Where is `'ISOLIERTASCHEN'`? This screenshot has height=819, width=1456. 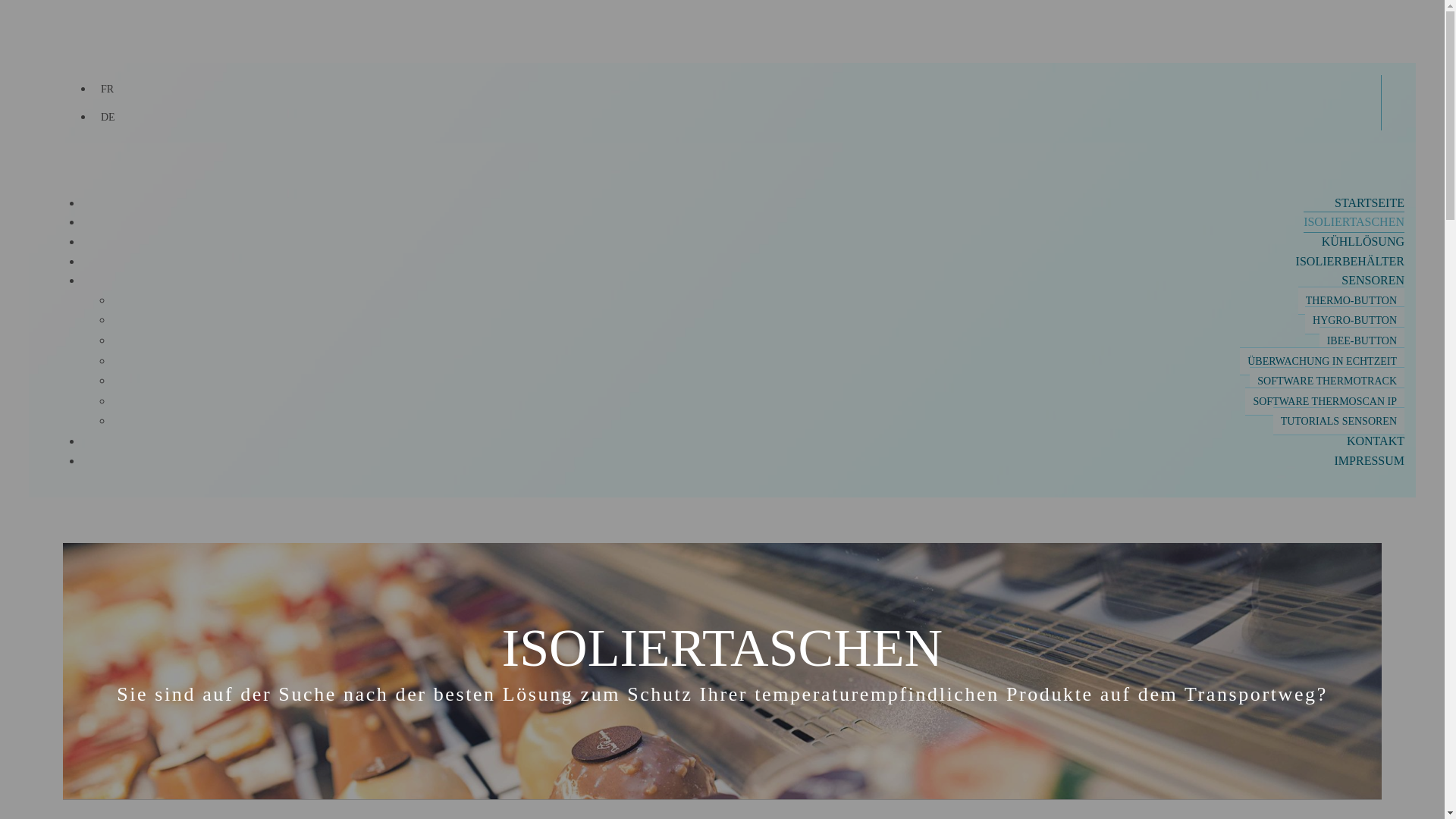
'ISOLIERTASCHEN' is located at coordinates (1354, 222).